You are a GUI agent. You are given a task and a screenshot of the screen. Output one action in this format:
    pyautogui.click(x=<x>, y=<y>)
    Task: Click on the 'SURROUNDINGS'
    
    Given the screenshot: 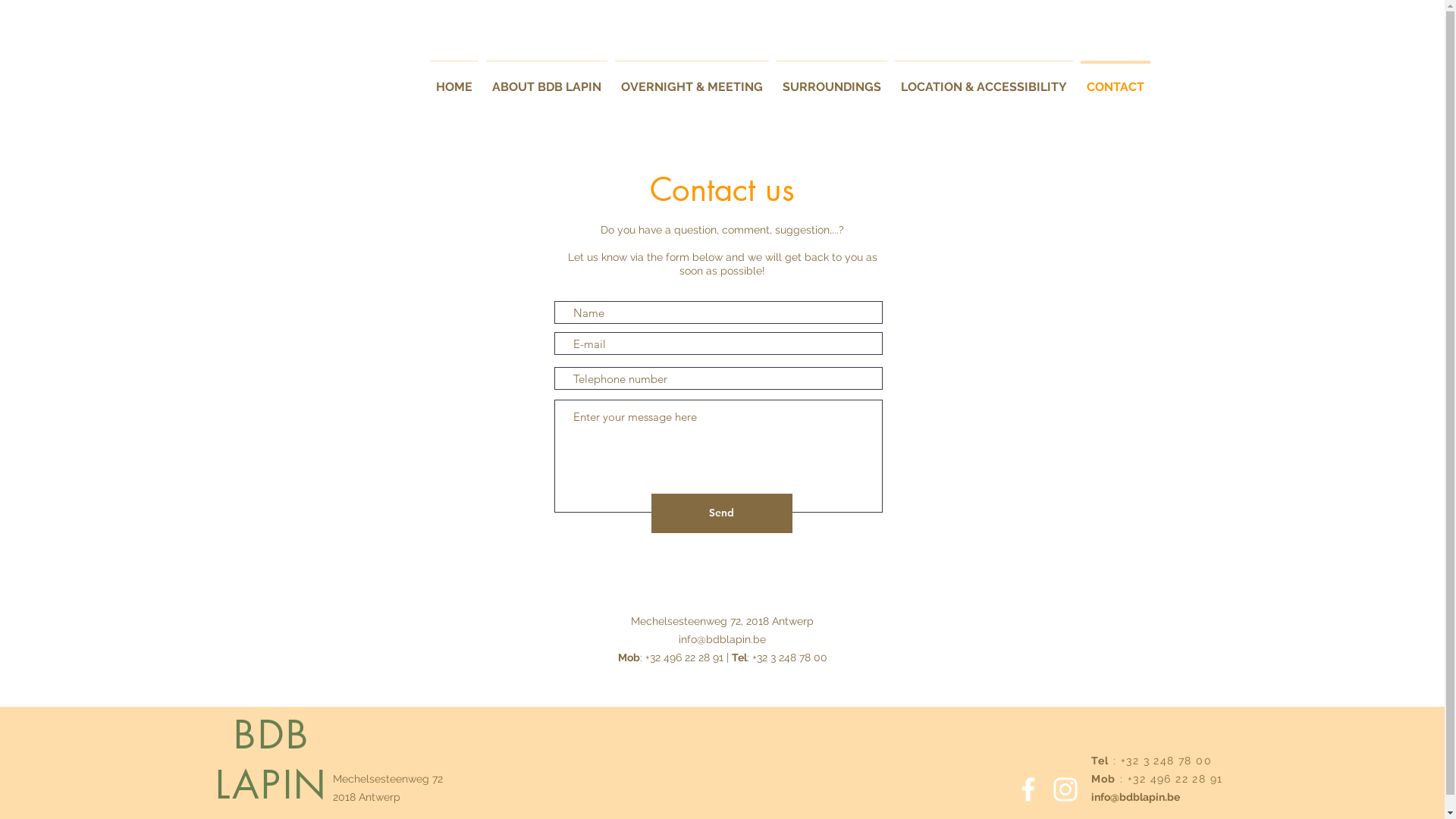 What is the action you would take?
    pyautogui.click(x=771, y=80)
    